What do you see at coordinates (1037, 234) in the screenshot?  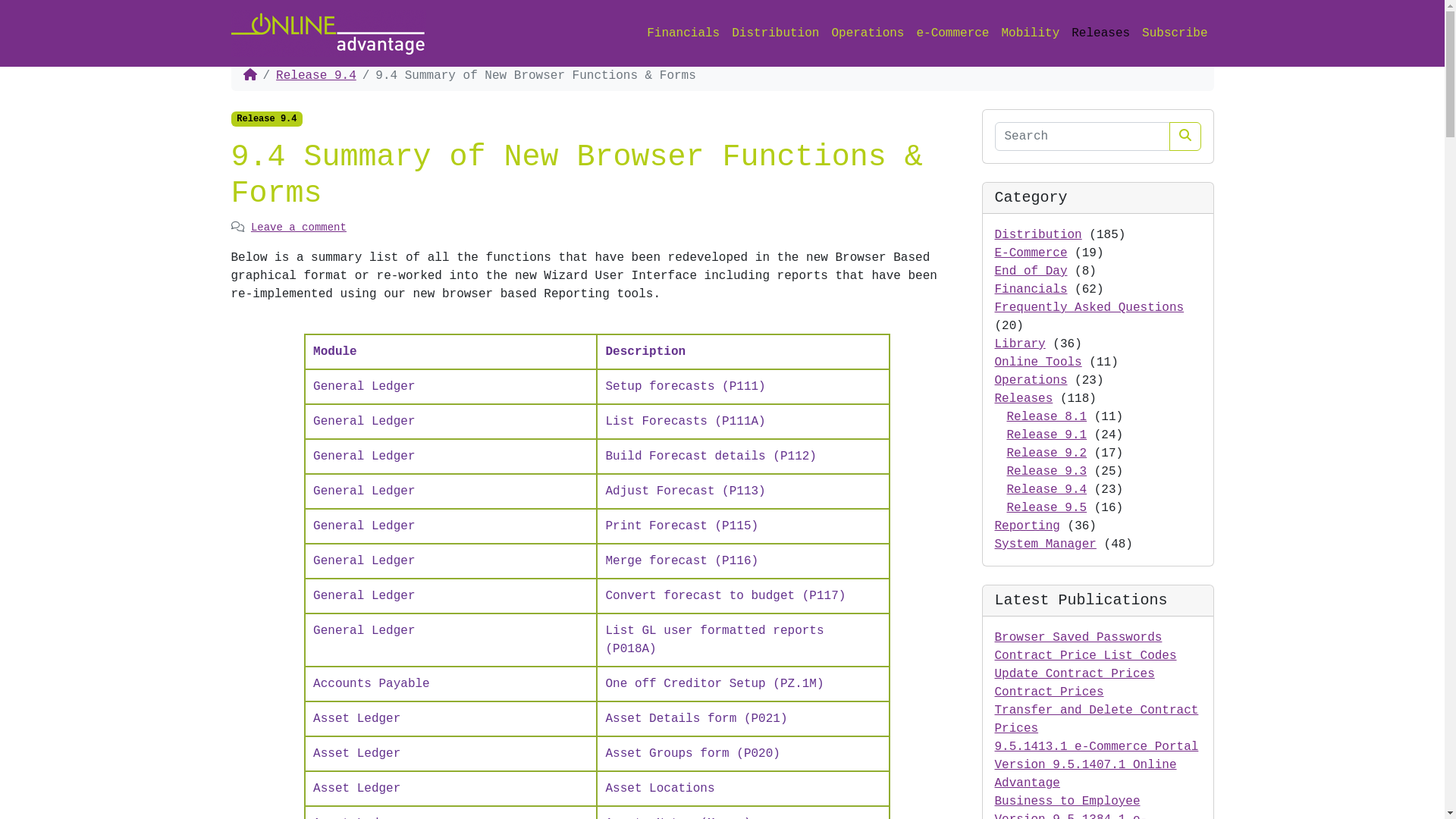 I see `'Distribution'` at bounding box center [1037, 234].